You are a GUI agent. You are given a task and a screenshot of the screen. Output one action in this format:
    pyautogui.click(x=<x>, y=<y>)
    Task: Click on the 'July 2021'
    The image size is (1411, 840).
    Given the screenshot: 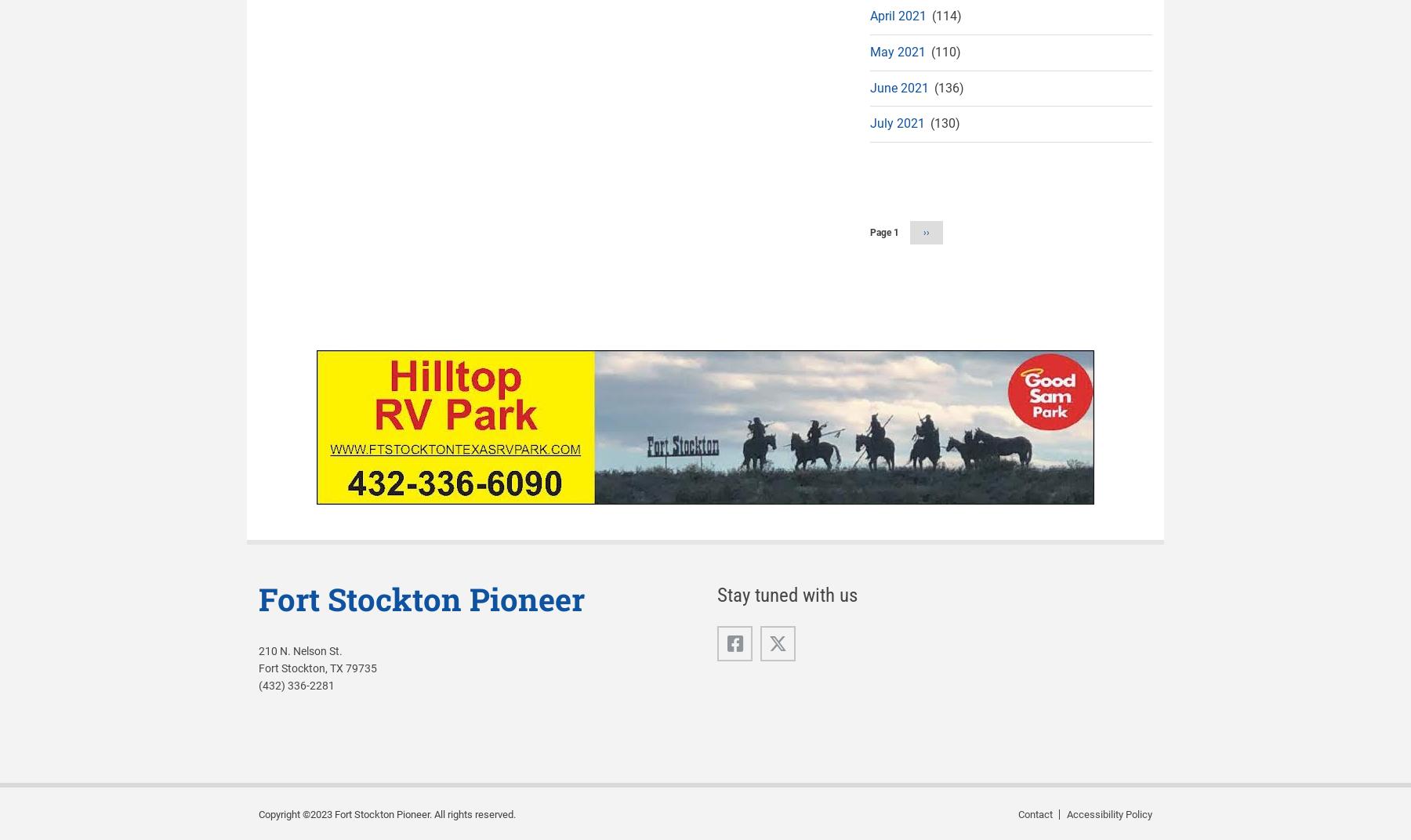 What is the action you would take?
    pyautogui.click(x=896, y=122)
    